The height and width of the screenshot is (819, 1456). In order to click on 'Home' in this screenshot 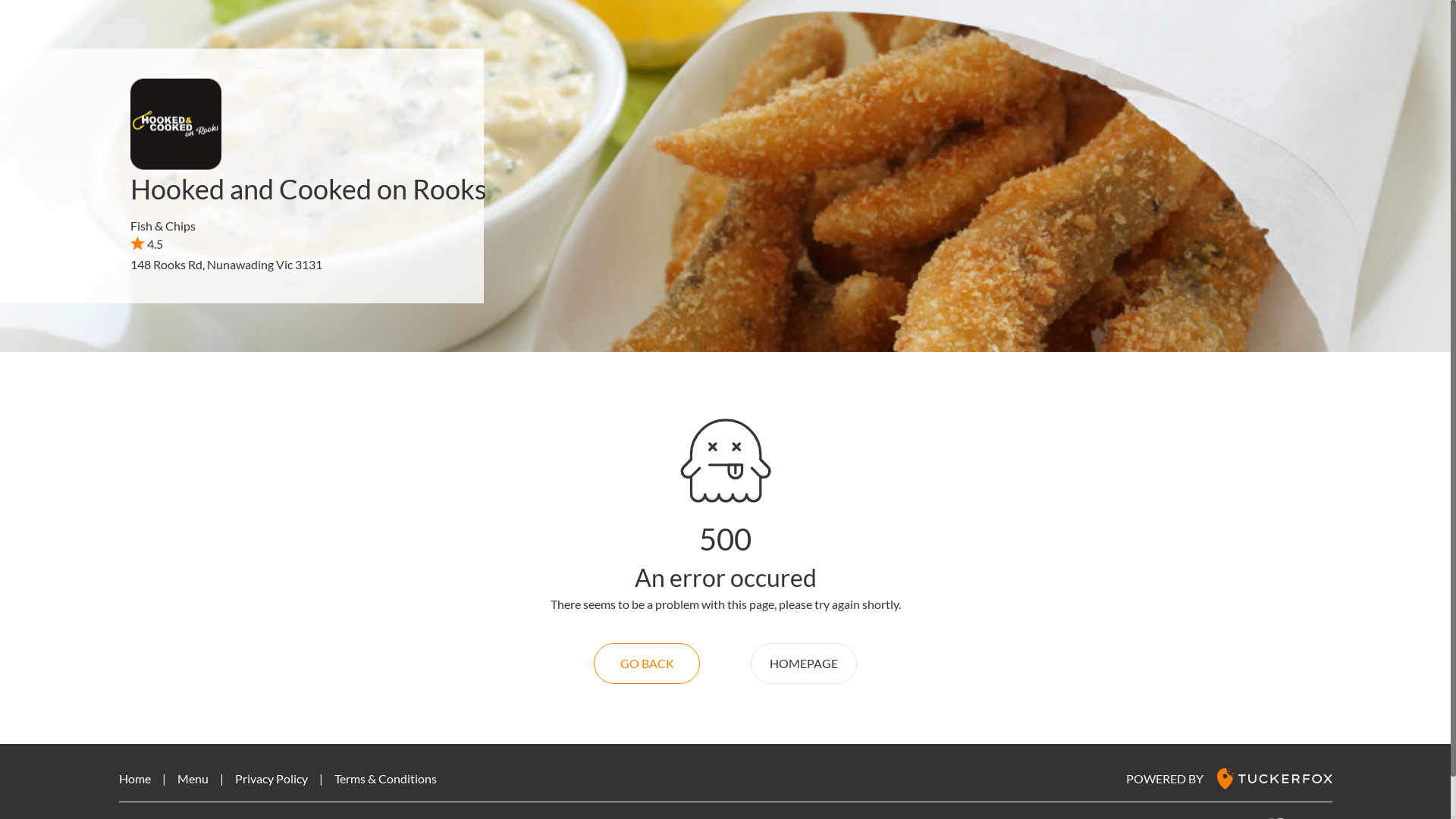, I will do `click(134, 778)`.